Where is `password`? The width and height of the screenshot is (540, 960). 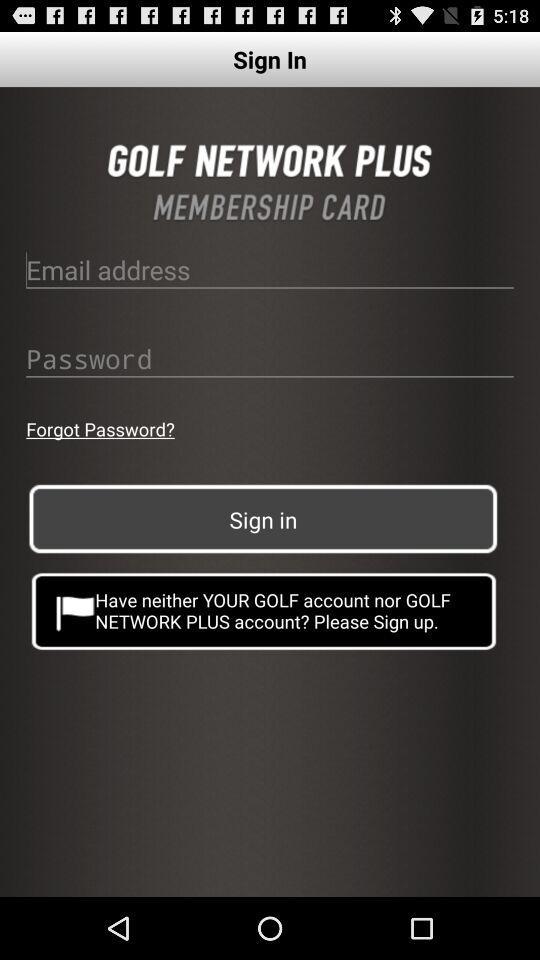
password is located at coordinates (270, 358).